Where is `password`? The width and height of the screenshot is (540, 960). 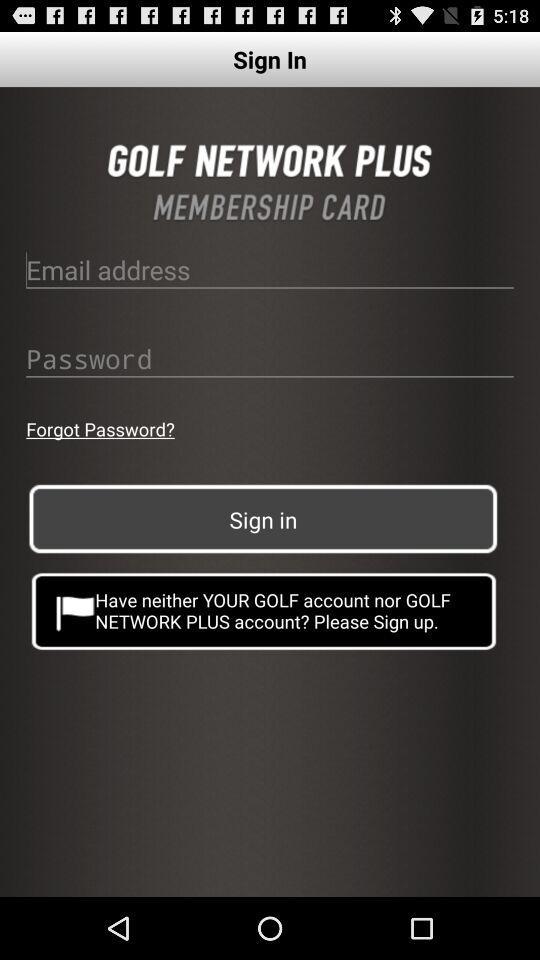
password is located at coordinates (270, 358).